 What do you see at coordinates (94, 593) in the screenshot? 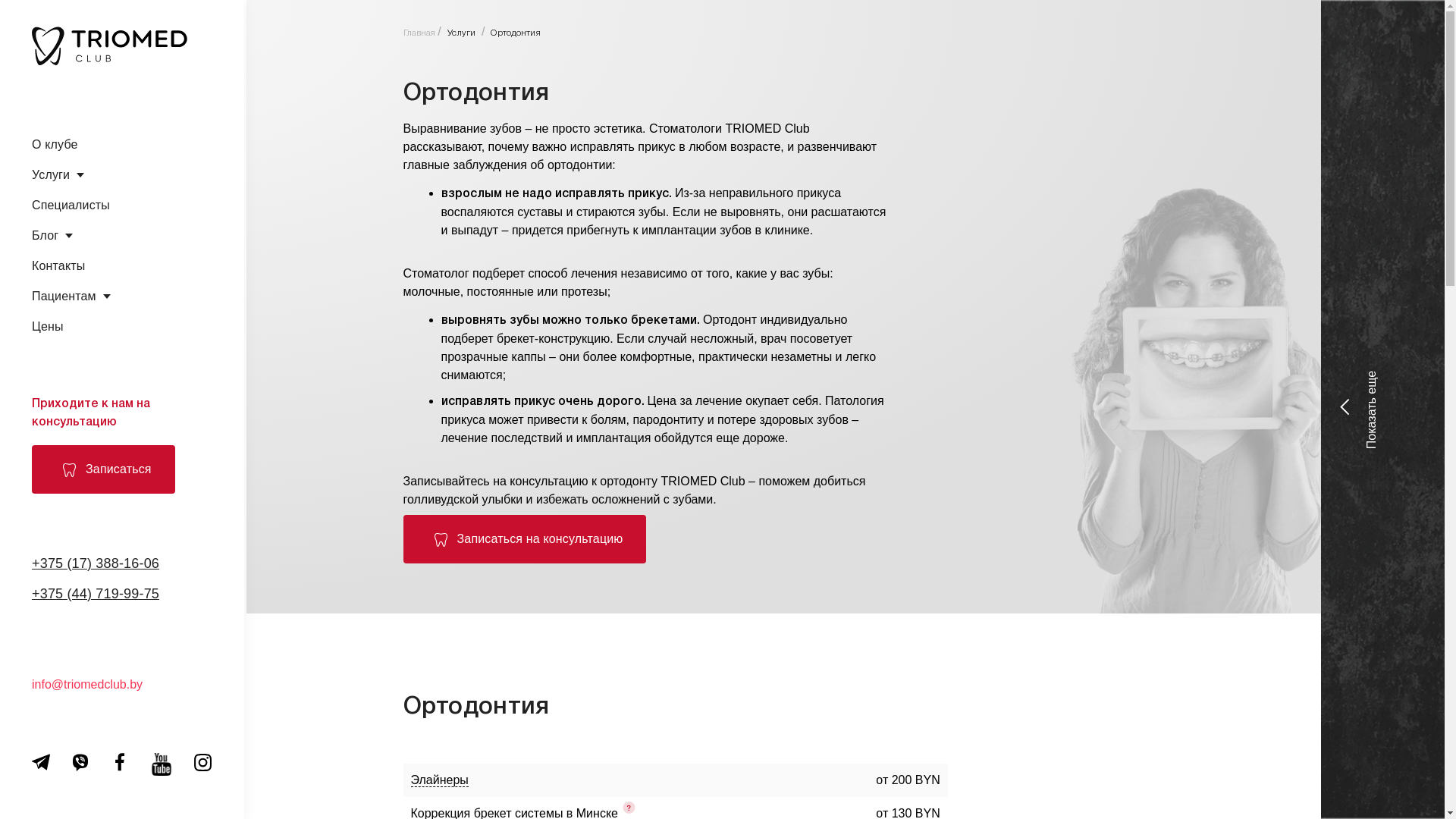
I see `'+375 (44) 719-99-75'` at bounding box center [94, 593].